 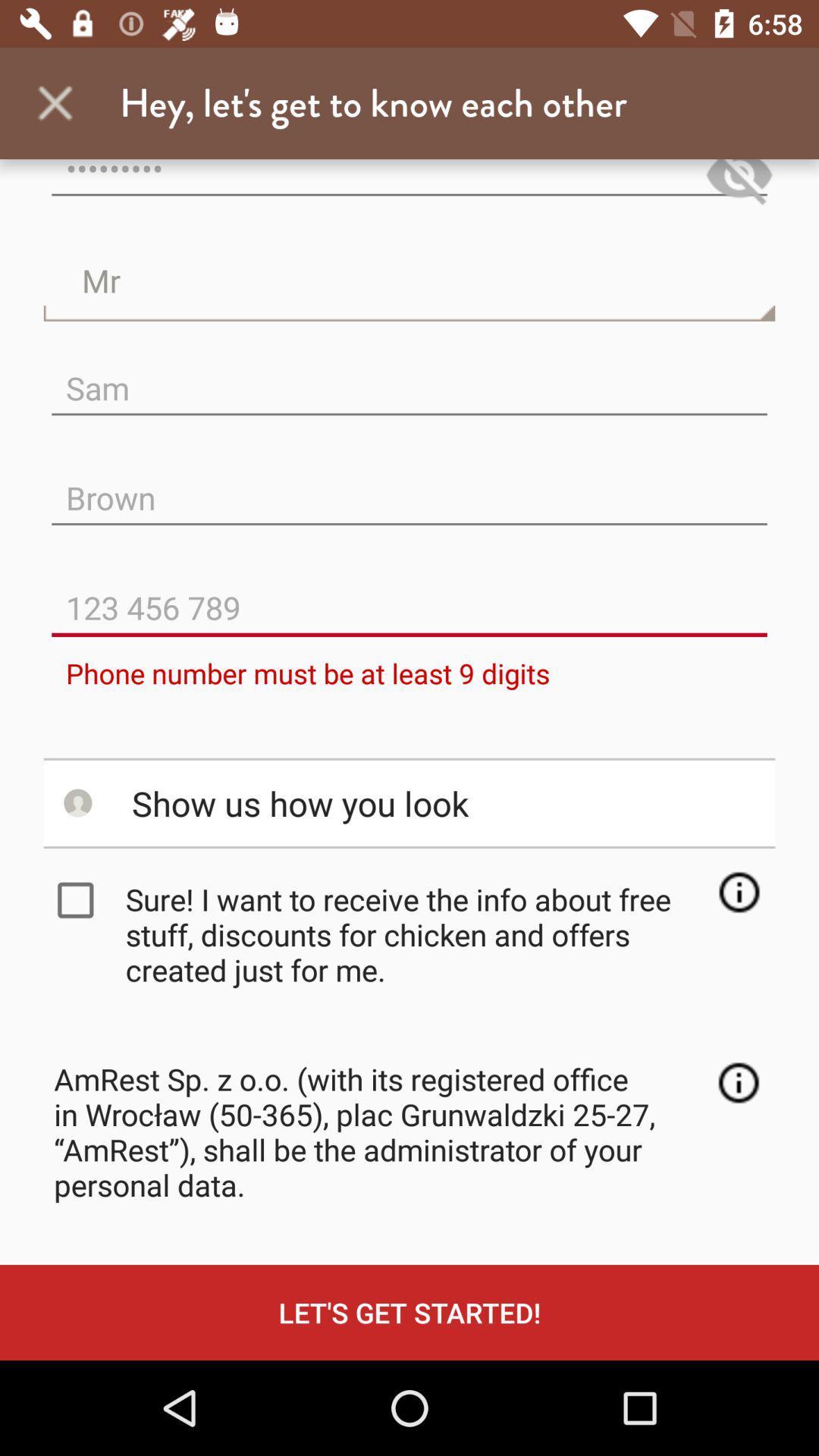 What do you see at coordinates (739, 184) in the screenshot?
I see `see password` at bounding box center [739, 184].